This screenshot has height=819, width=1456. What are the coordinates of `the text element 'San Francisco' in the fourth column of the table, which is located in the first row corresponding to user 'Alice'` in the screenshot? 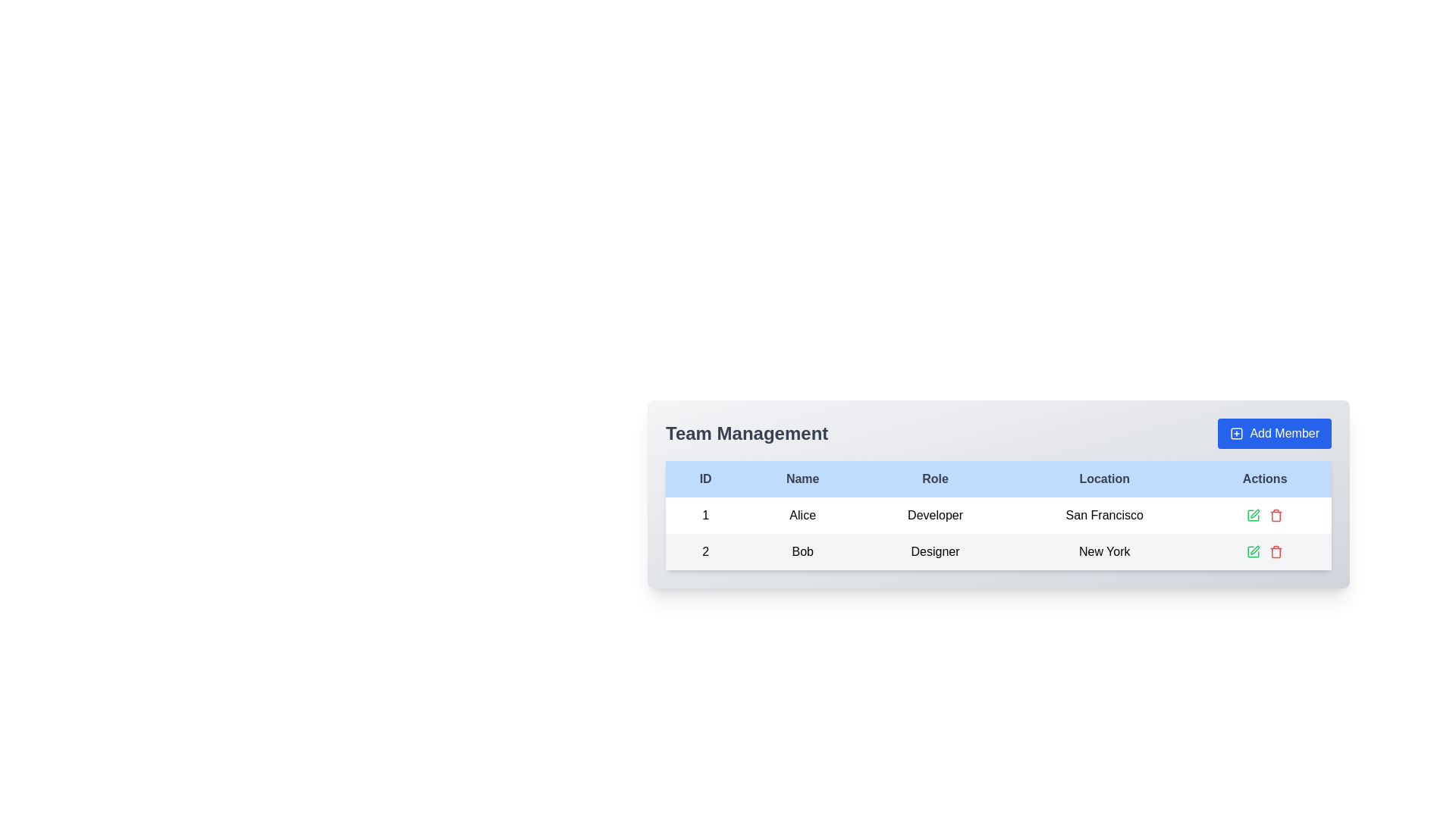 It's located at (1104, 514).